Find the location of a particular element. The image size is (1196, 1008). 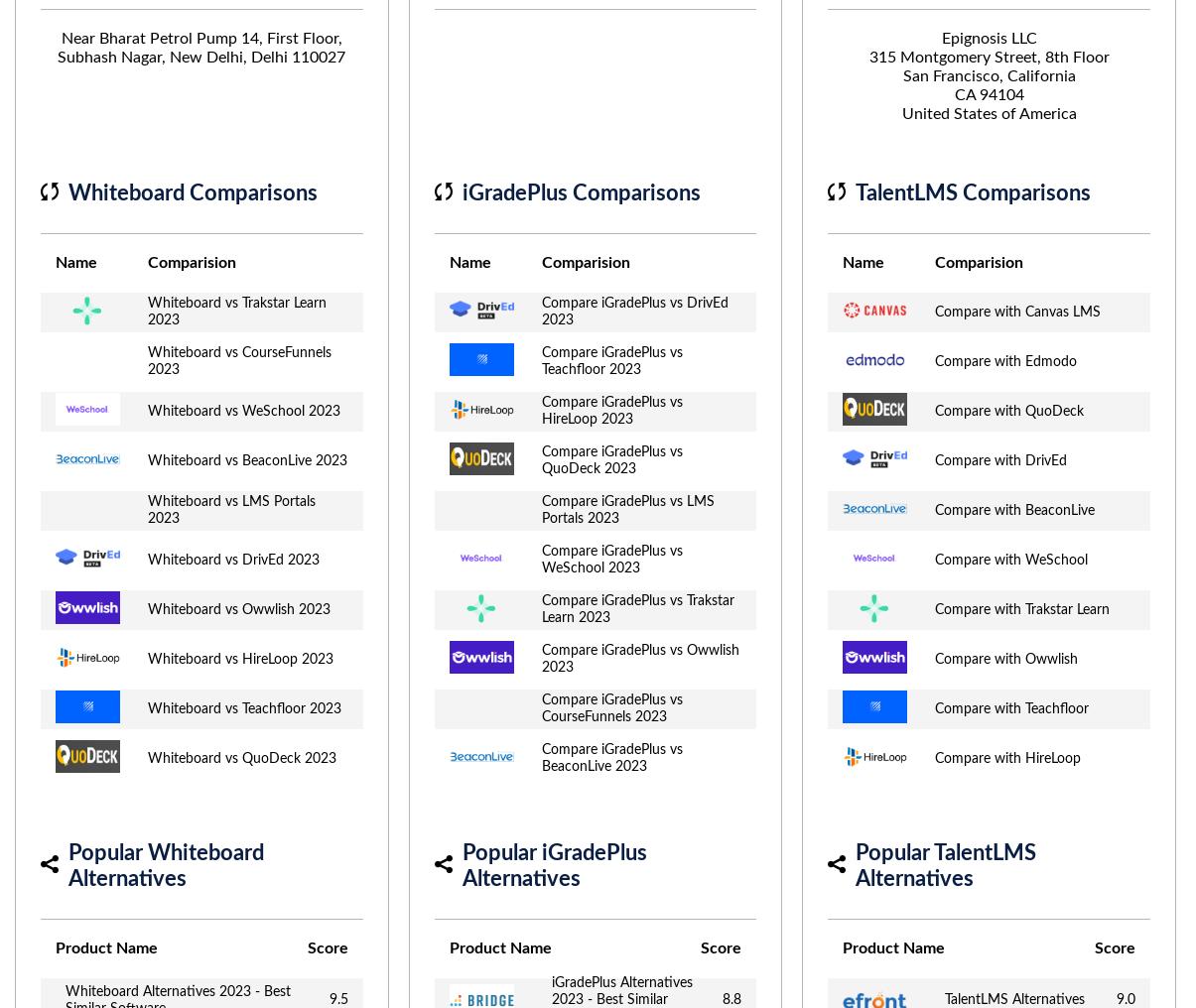

'Popular TalentLMS Alternatives' is located at coordinates (946, 866).